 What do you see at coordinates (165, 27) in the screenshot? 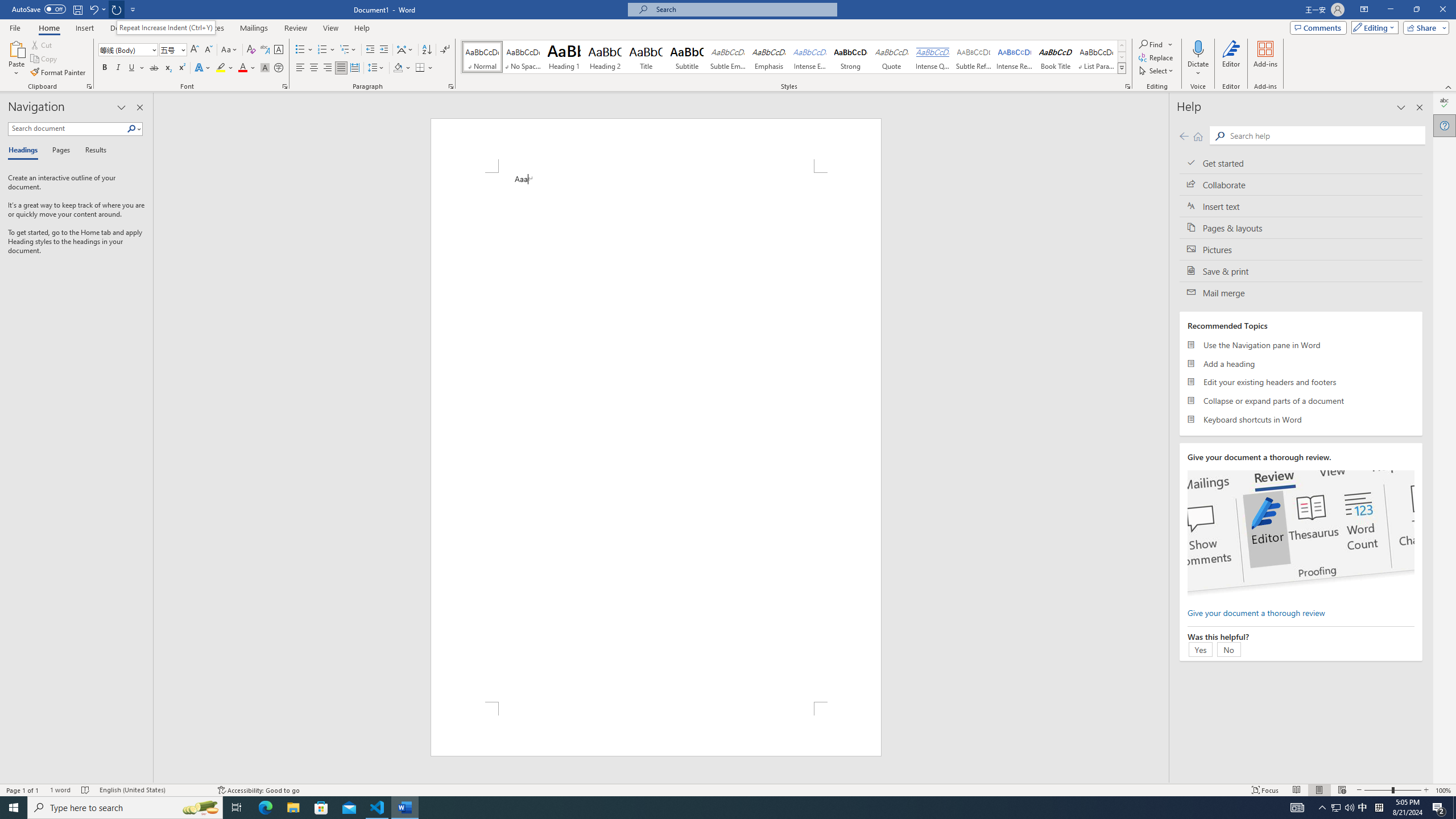
I see `'Repeat Increase Indent (Ctrl+Y)'` at bounding box center [165, 27].